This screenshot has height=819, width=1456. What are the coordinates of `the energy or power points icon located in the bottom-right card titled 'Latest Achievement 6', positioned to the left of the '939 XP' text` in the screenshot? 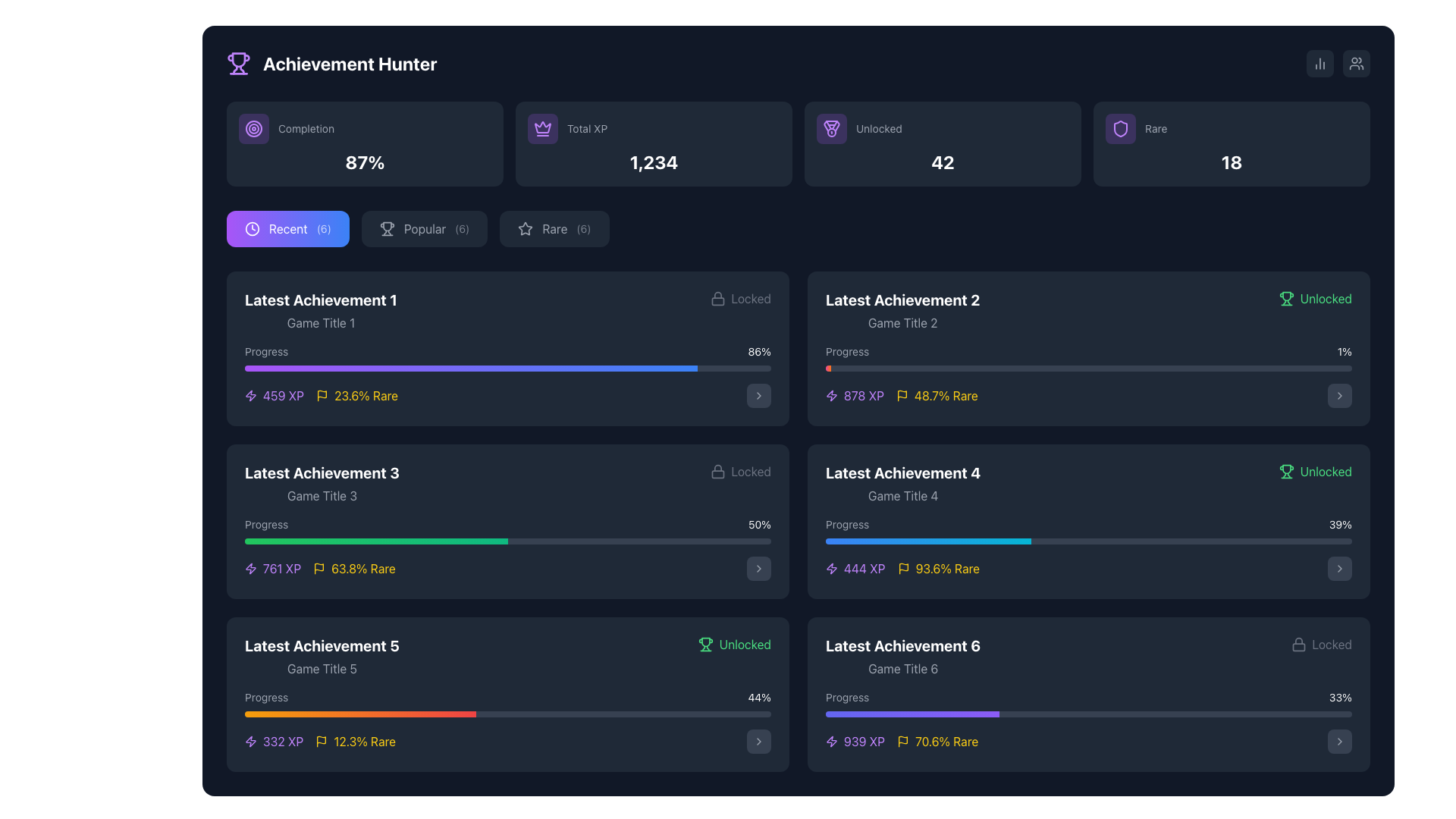 It's located at (831, 741).